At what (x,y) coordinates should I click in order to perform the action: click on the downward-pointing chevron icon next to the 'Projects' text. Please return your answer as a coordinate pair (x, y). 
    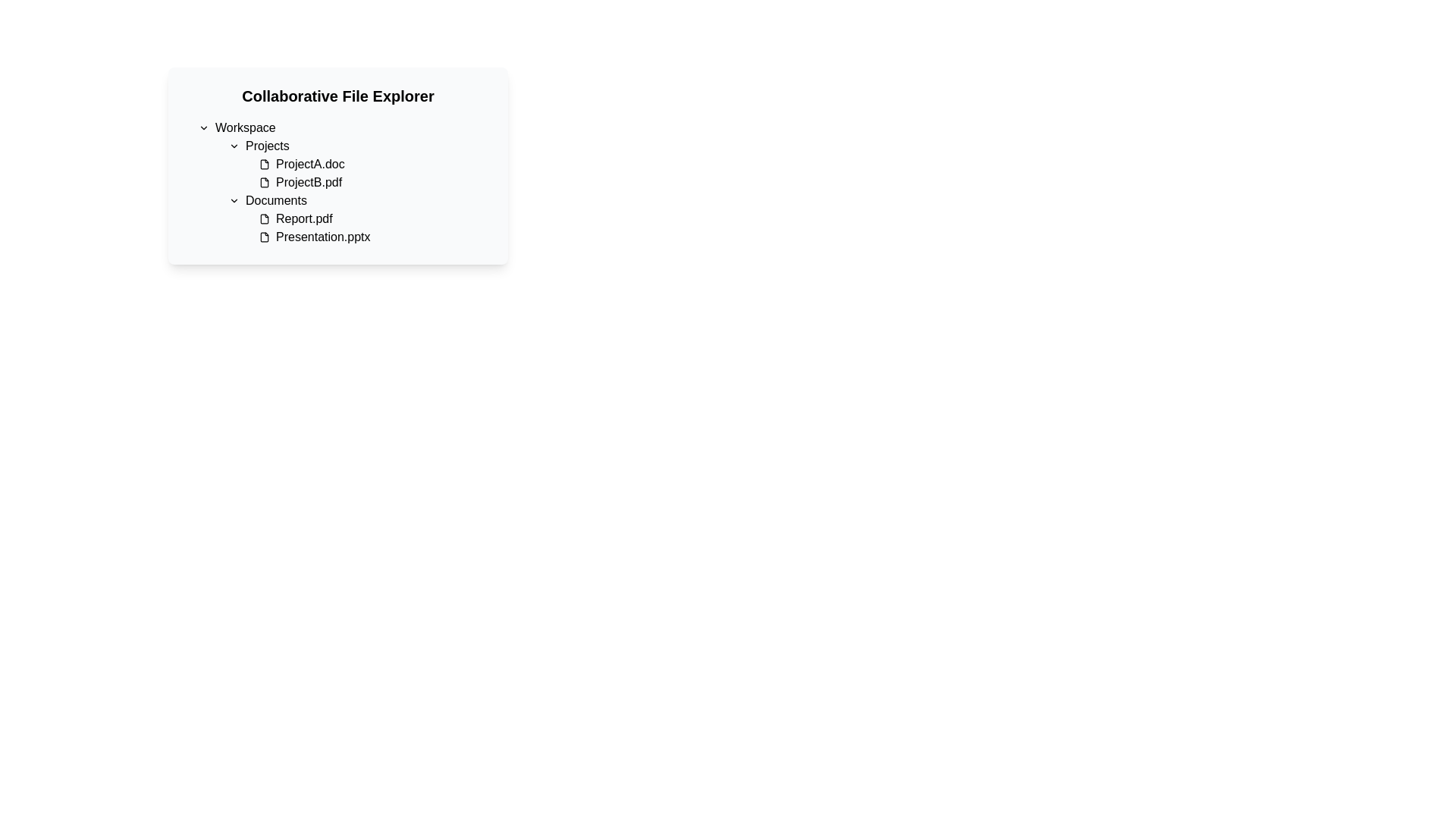
    Looking at the image, I should click on (233, 146).